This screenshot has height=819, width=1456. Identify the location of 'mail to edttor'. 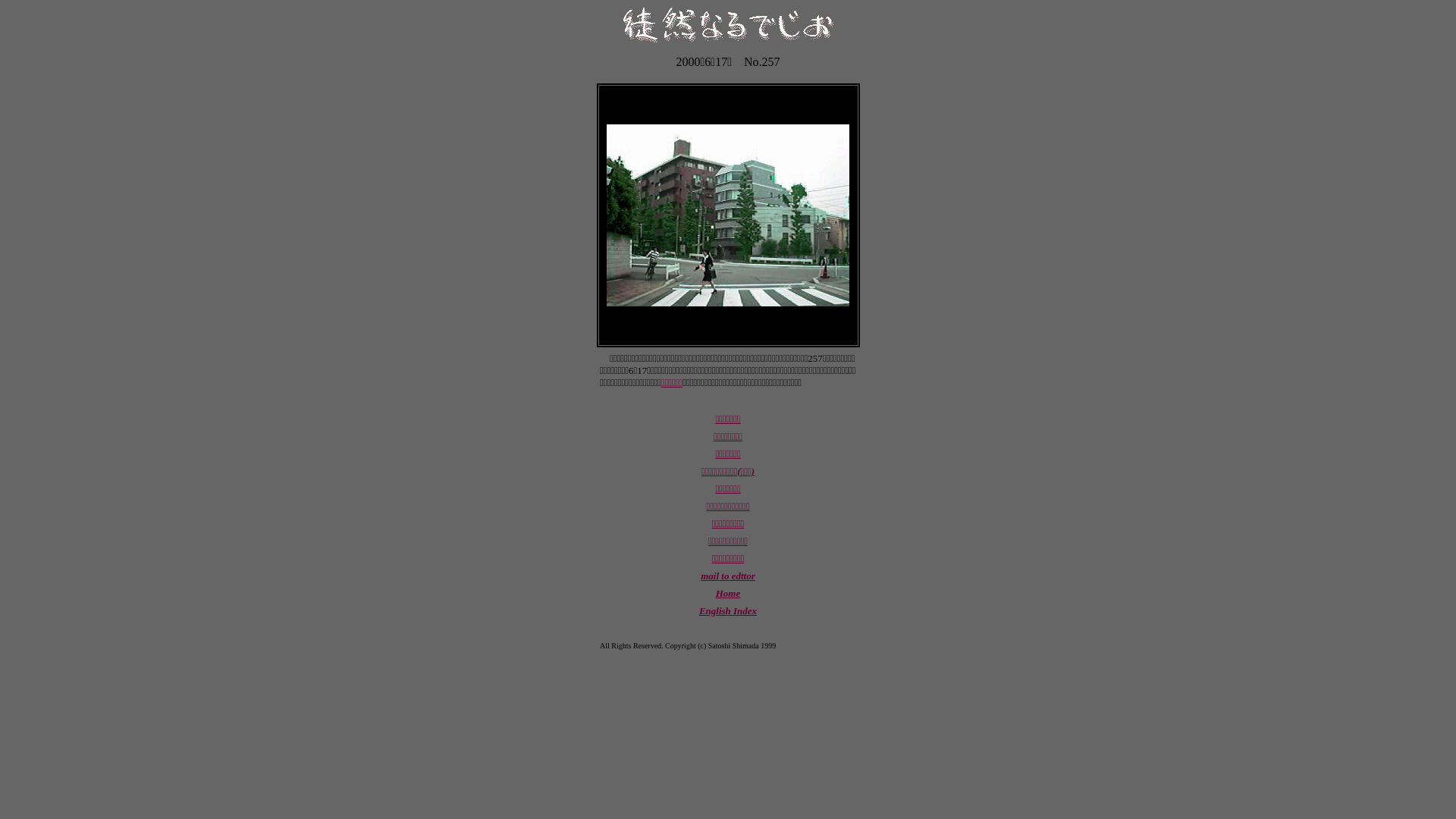
(700, 576).